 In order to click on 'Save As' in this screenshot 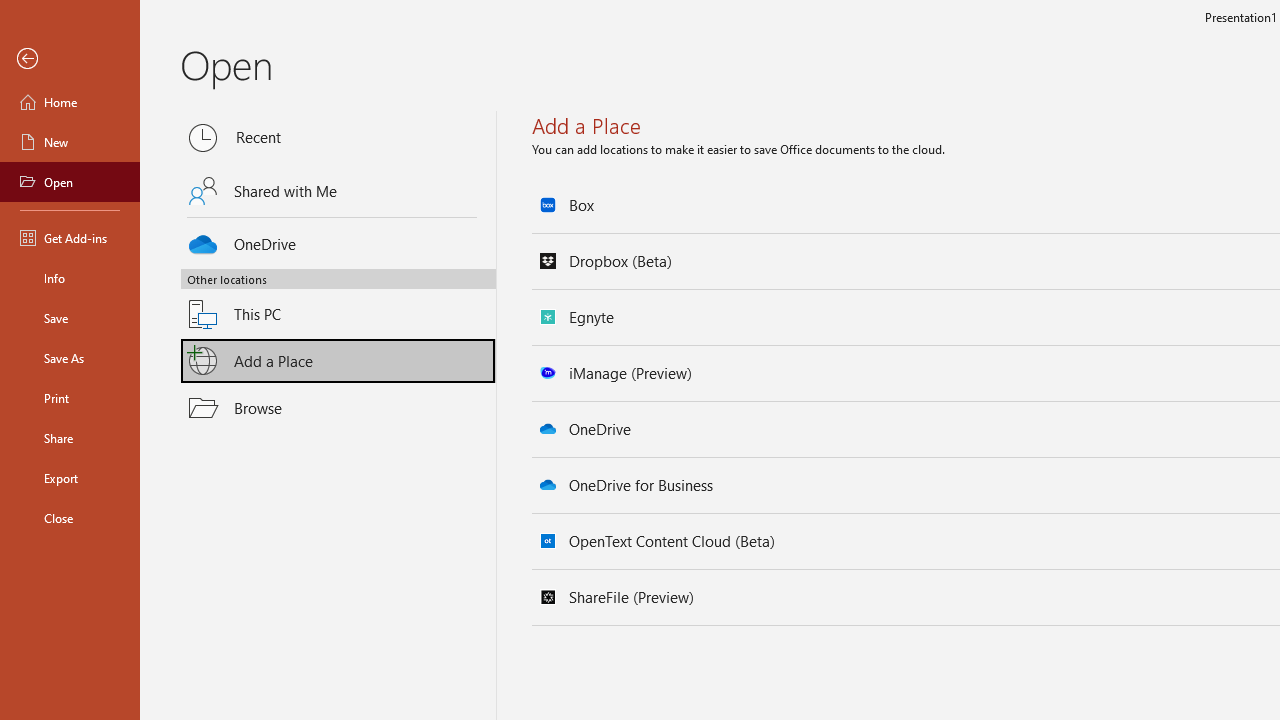, I will do `click(69, 356)`.